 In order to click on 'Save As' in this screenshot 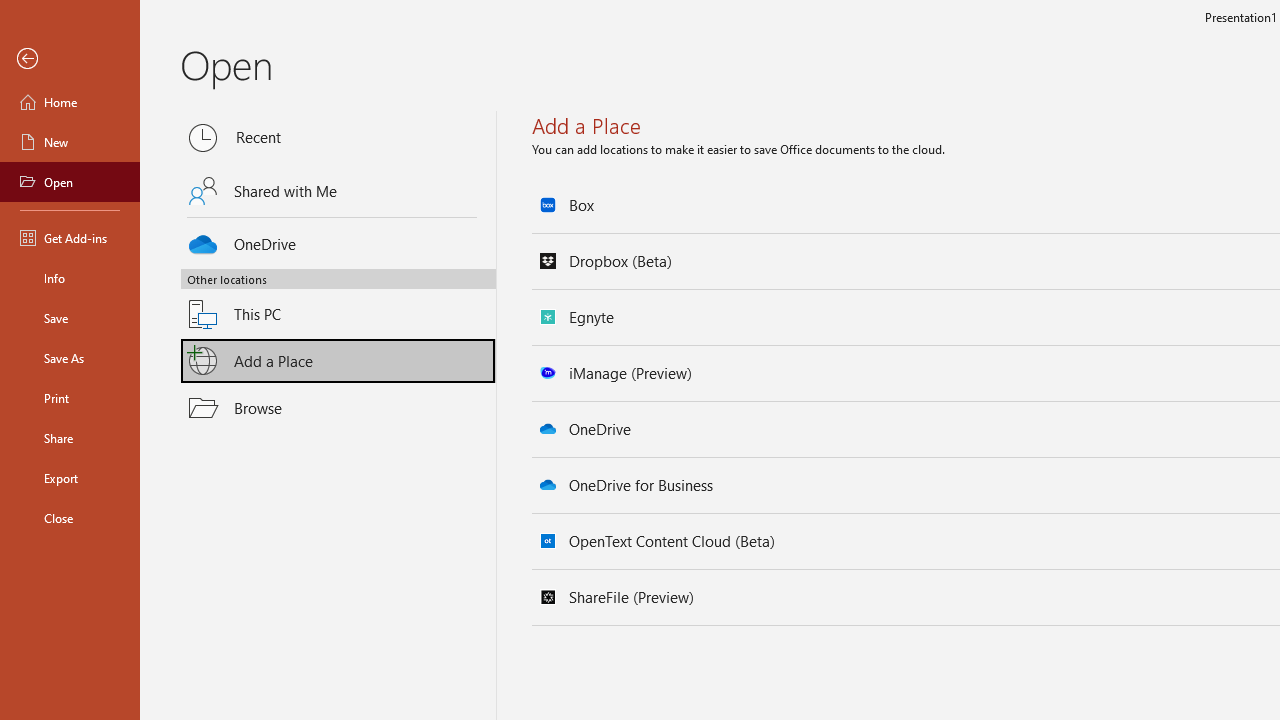, I will do `click(69, 356)`.